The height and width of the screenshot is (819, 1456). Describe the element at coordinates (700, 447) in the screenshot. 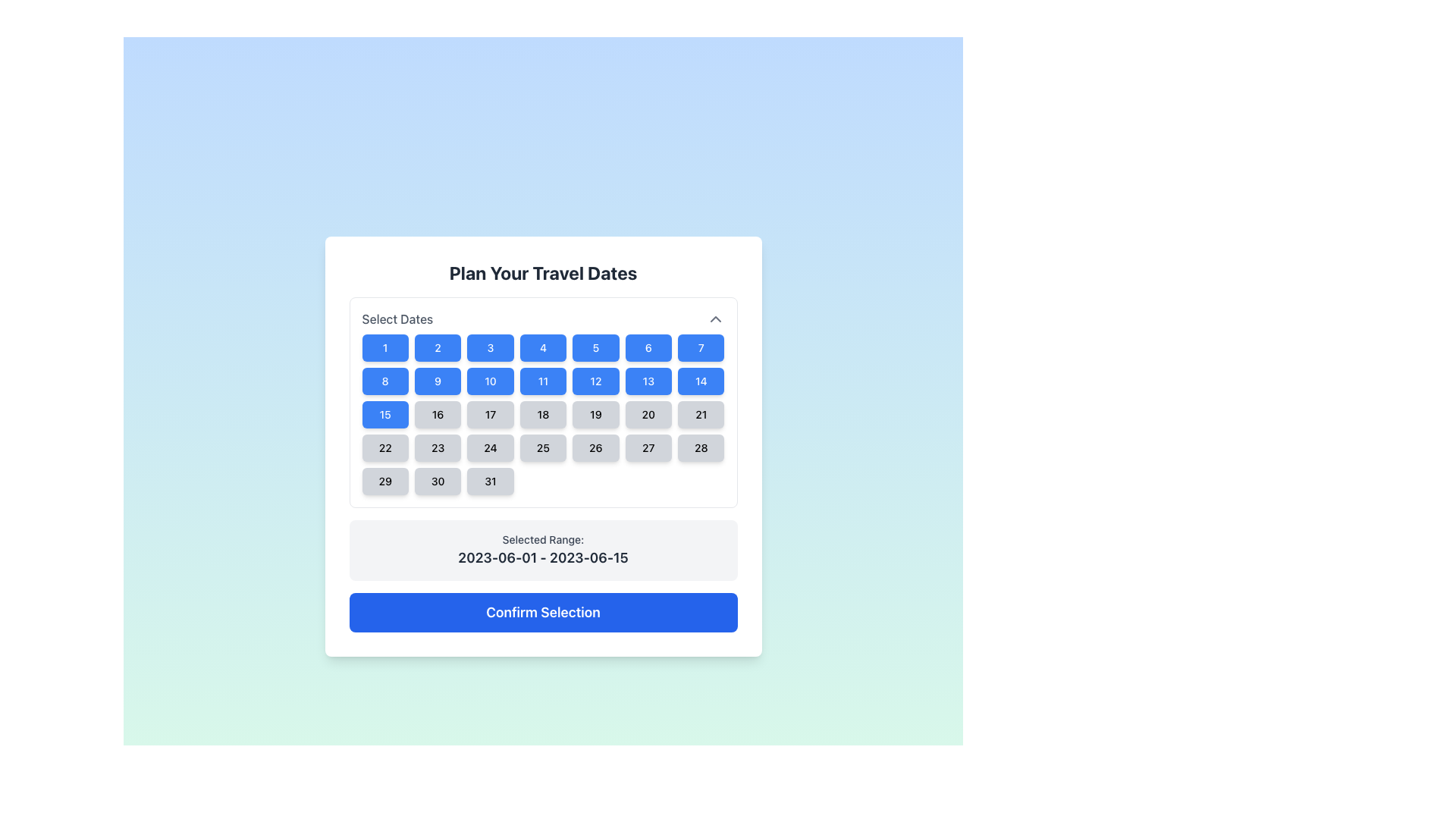

I see `the selectable date button representing the date 28 in the calendar interface` at that location.